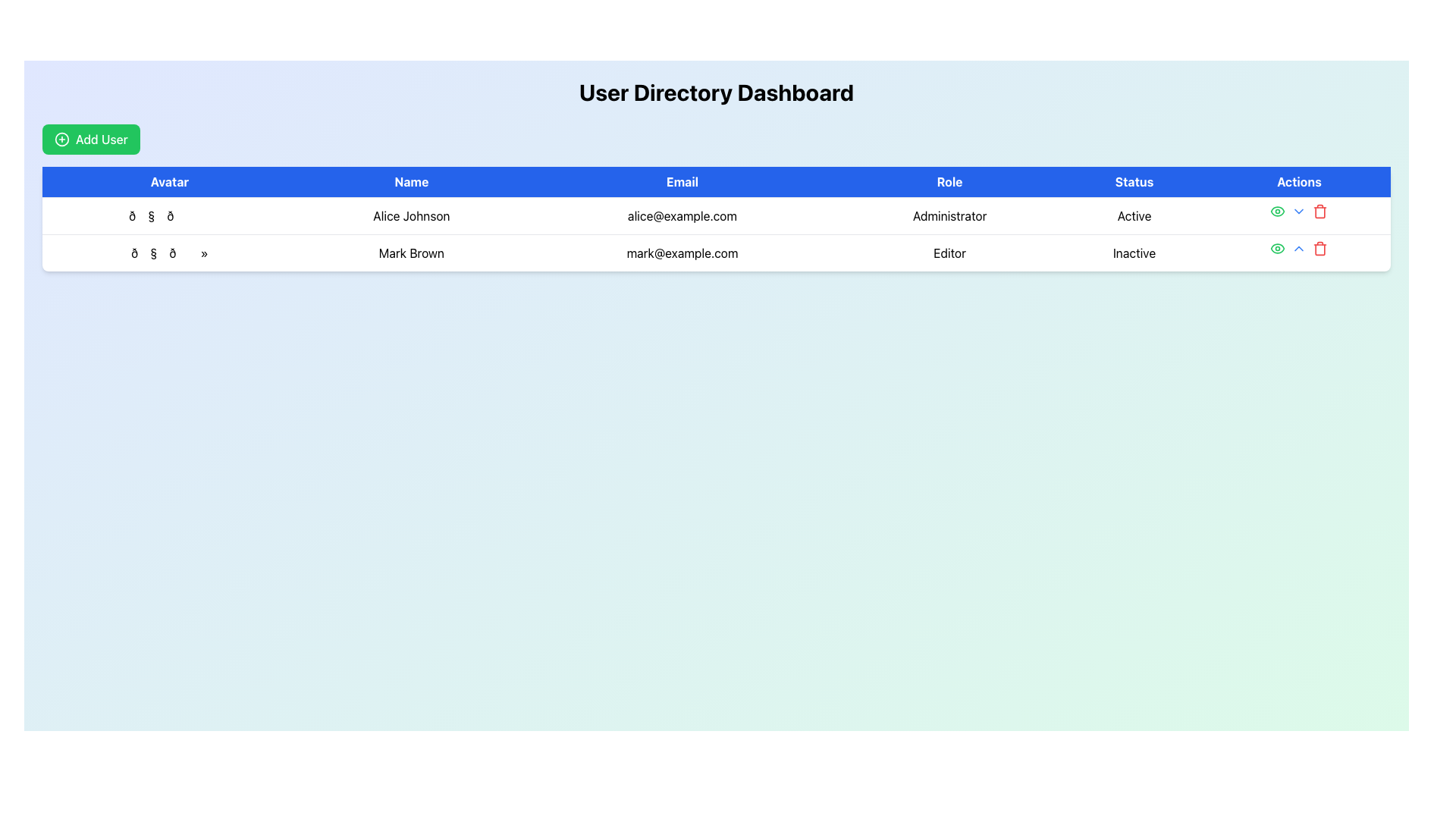 The width and height of the screenshot is (1456, 819). Describe the element at coordinates (682, 216) in the screenshot. I see `the email address 'alice@example.com' located in the third cell of the first data row in the 'Email' column of the table` at that location.